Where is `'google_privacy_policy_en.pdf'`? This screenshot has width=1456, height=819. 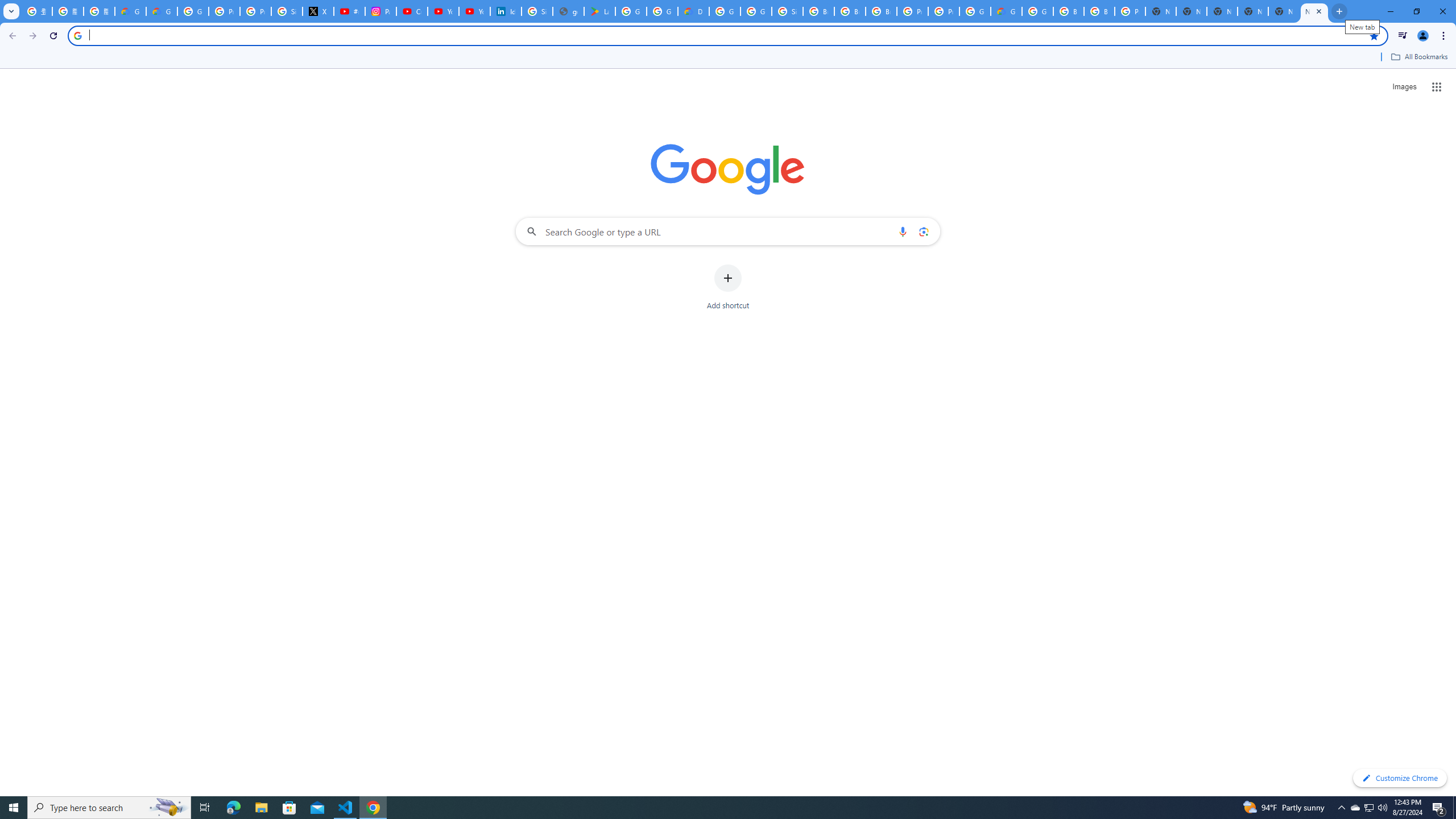 'google_privacy_policy_en.pdf' is located at coordinates (568, 11).